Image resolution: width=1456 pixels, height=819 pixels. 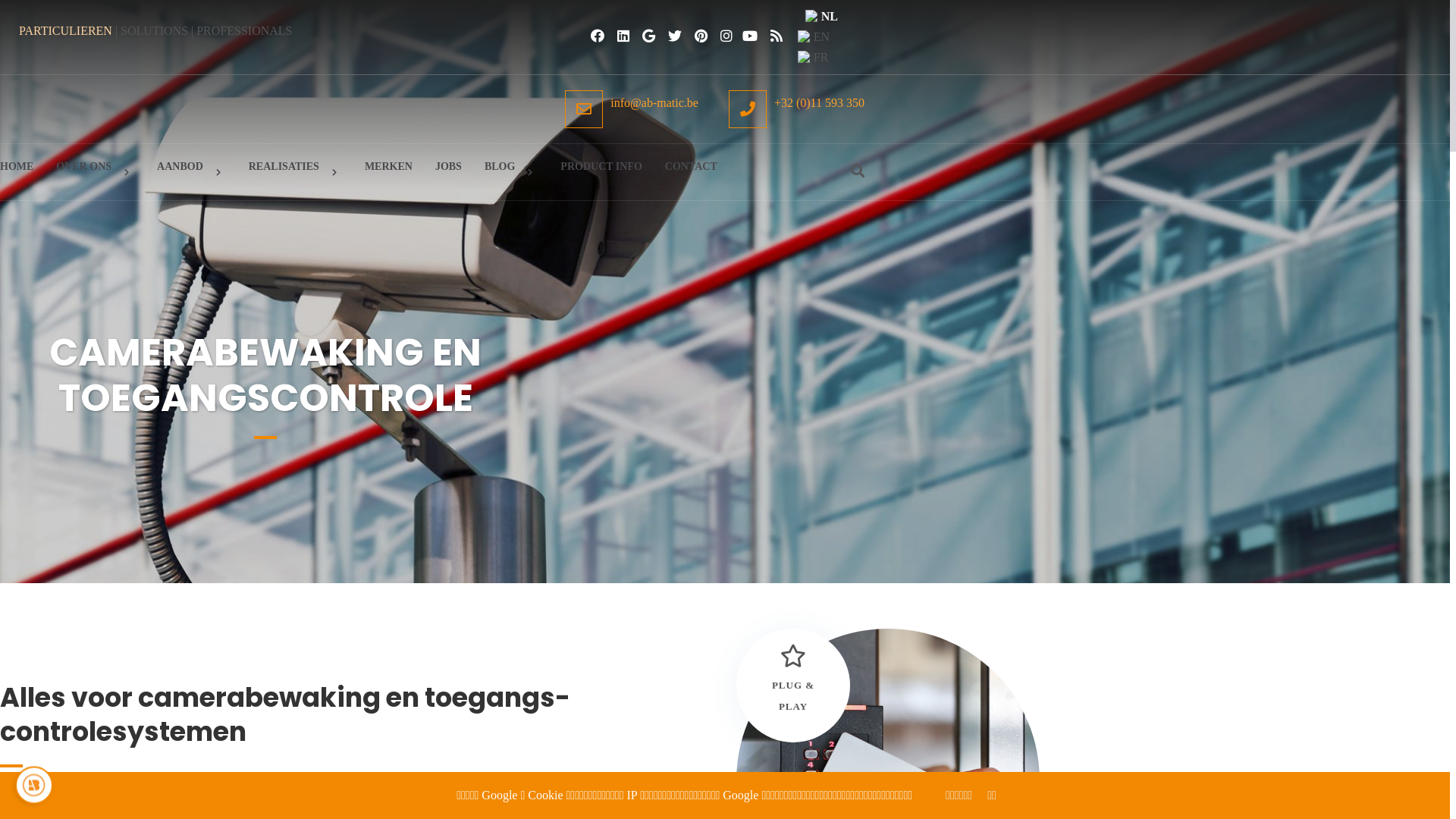 I want to click on 'PRODUCT INFO', so click(x=600, y=166).